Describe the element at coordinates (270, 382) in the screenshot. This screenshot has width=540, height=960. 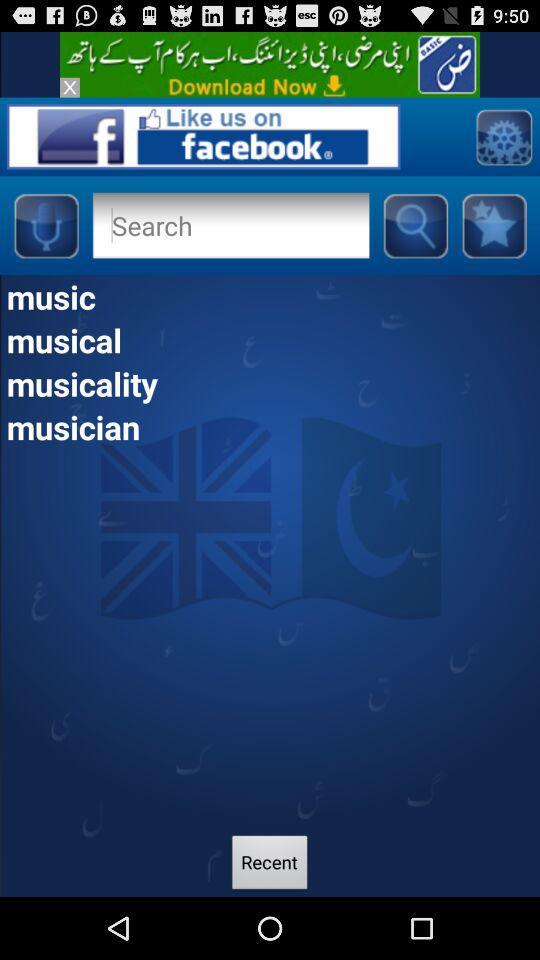
I see `musicality icon` at that location.